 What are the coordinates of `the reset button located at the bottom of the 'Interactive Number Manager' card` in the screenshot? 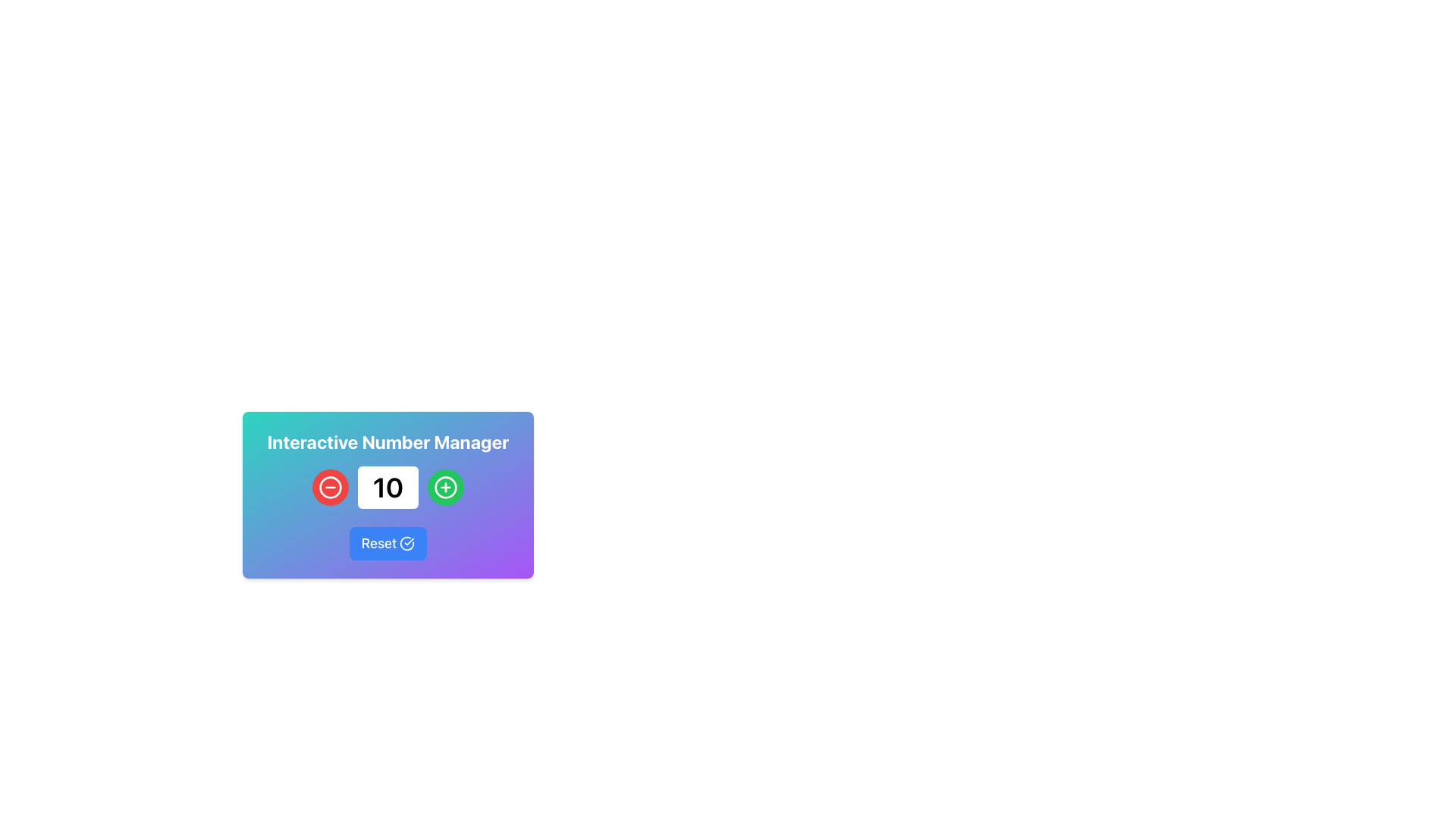 It's located at (388, 543).